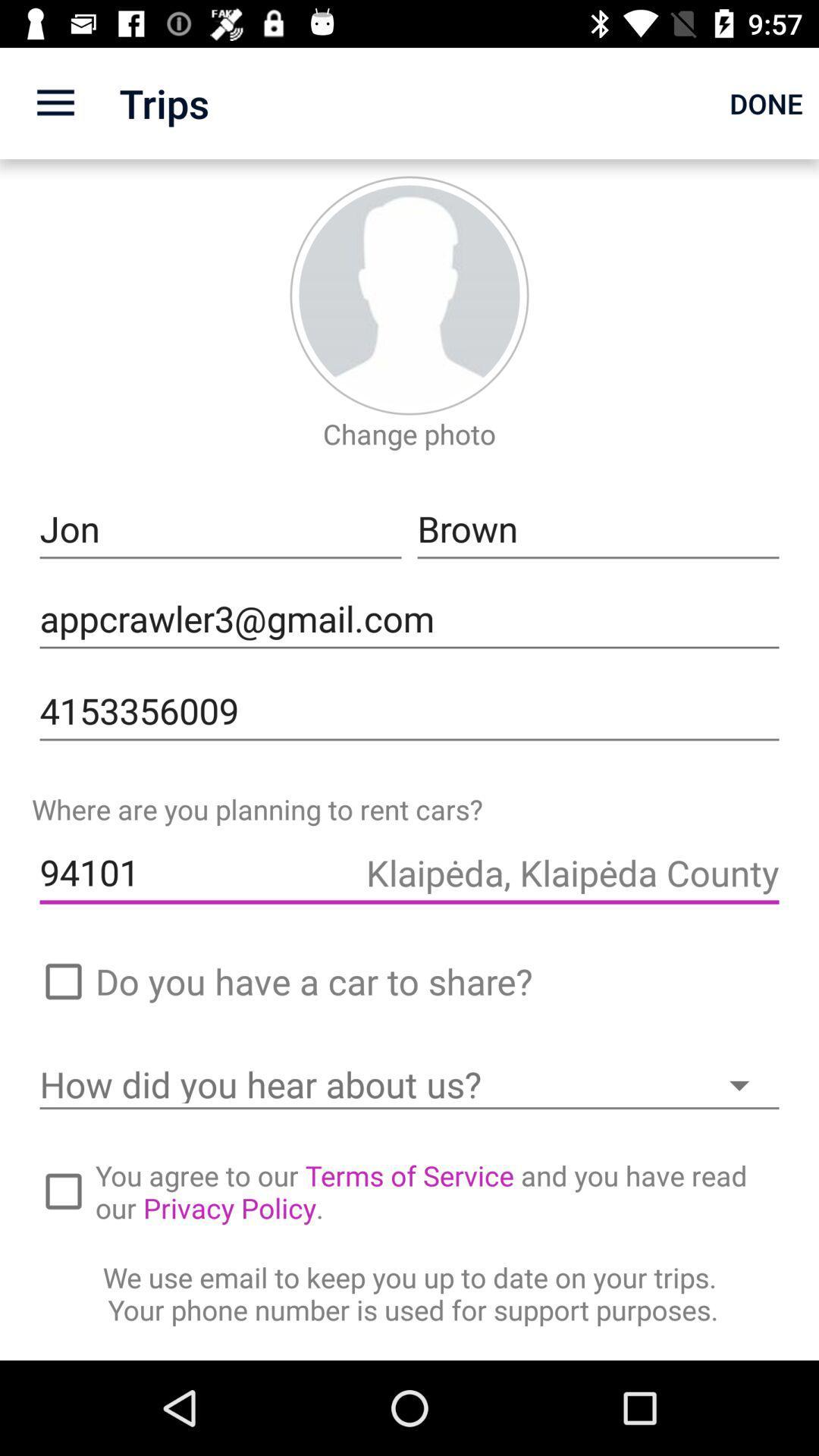 This screenshot has width=819, height=1456. I want to click on icon next to trips item, so click(55, 102).